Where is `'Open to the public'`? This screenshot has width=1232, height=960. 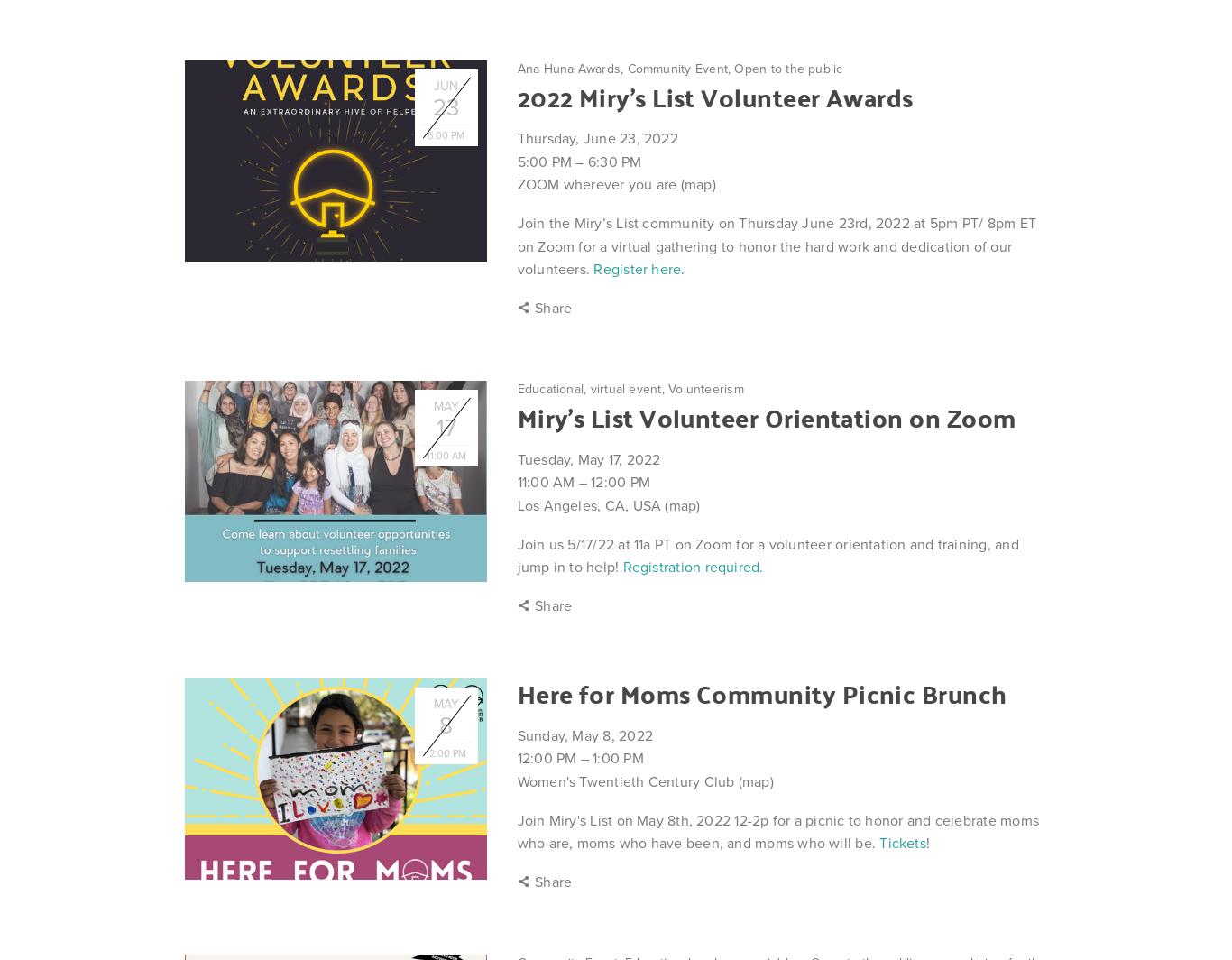 'Open to the public' is located at coordinates (786, 68).